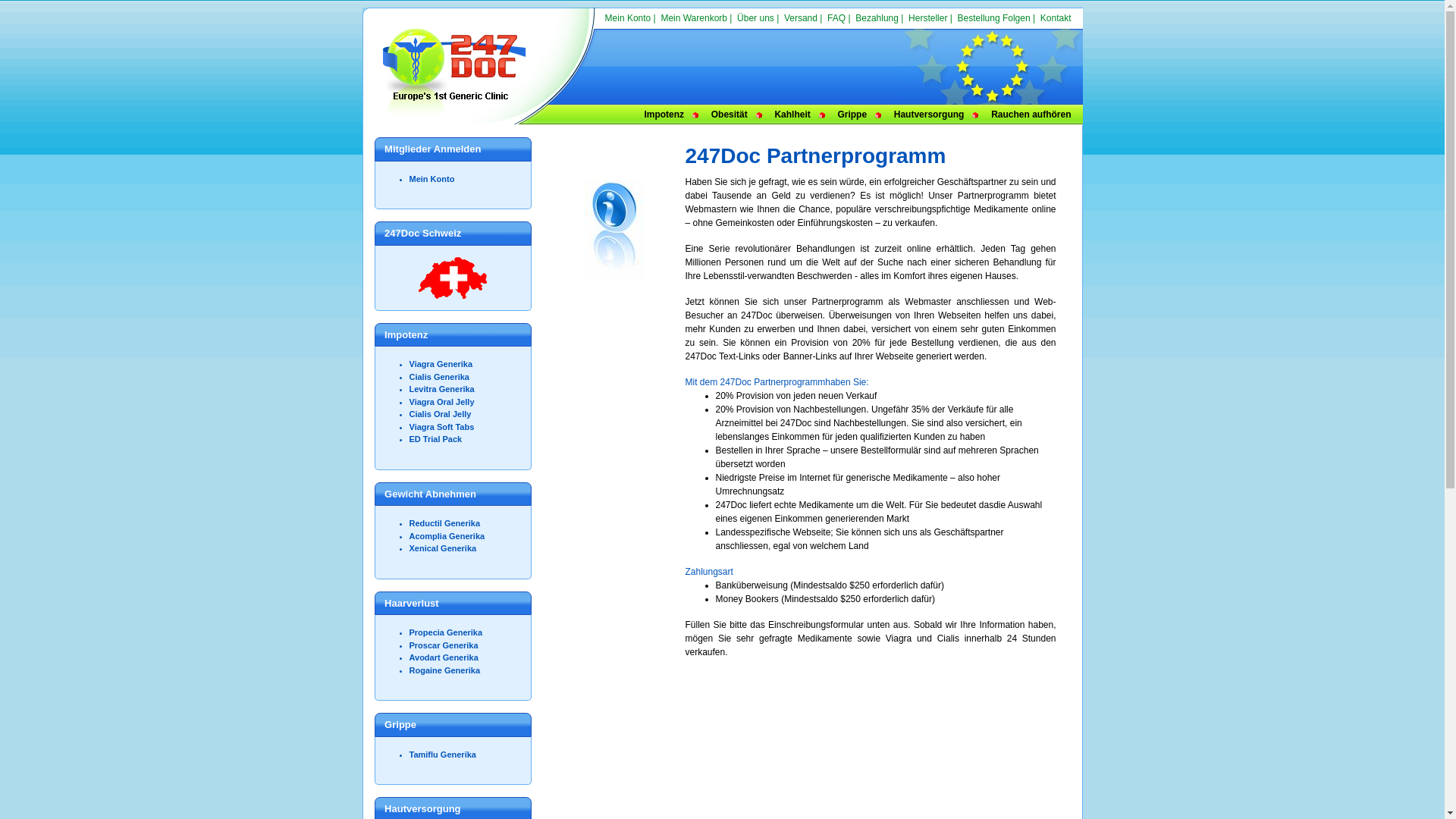 This screenshot has height=819, width=1456. What do you see at coordinates (660, 17) in the screenshot?
I see `'Mein Warenkorb'` at bounding box center [660, 17].